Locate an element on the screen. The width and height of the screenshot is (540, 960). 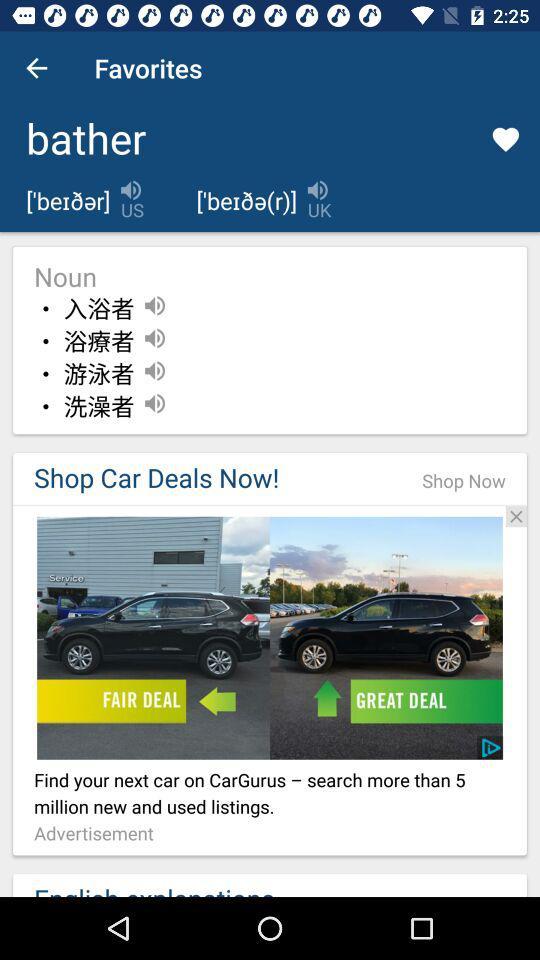
the text which is above the text advertisement is located at coordinates (270, 796).